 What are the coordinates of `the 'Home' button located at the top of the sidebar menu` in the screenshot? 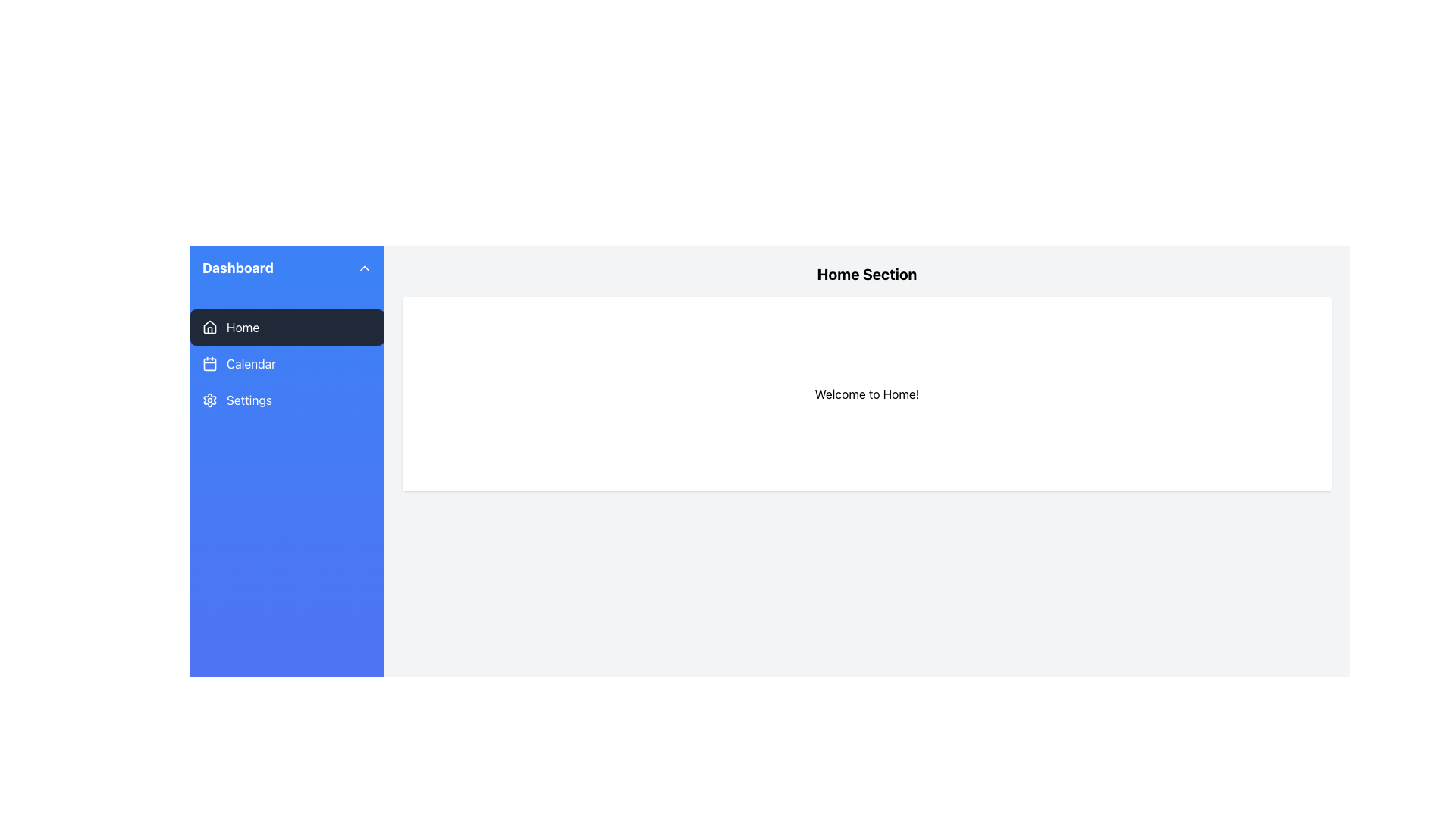 It's located at (287, 327).